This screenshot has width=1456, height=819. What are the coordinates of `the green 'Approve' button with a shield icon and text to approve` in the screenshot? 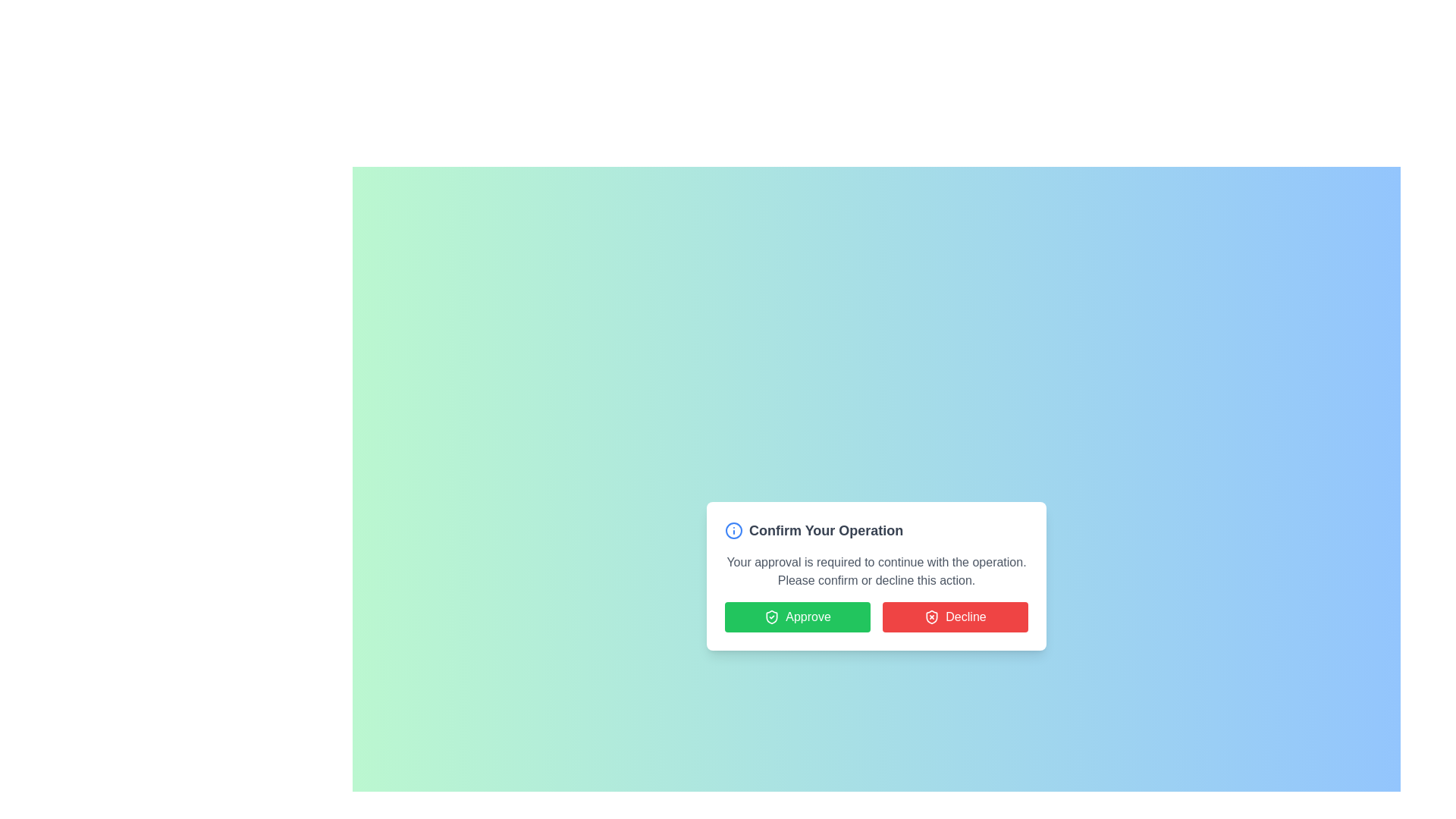 It's located at (796, 617).